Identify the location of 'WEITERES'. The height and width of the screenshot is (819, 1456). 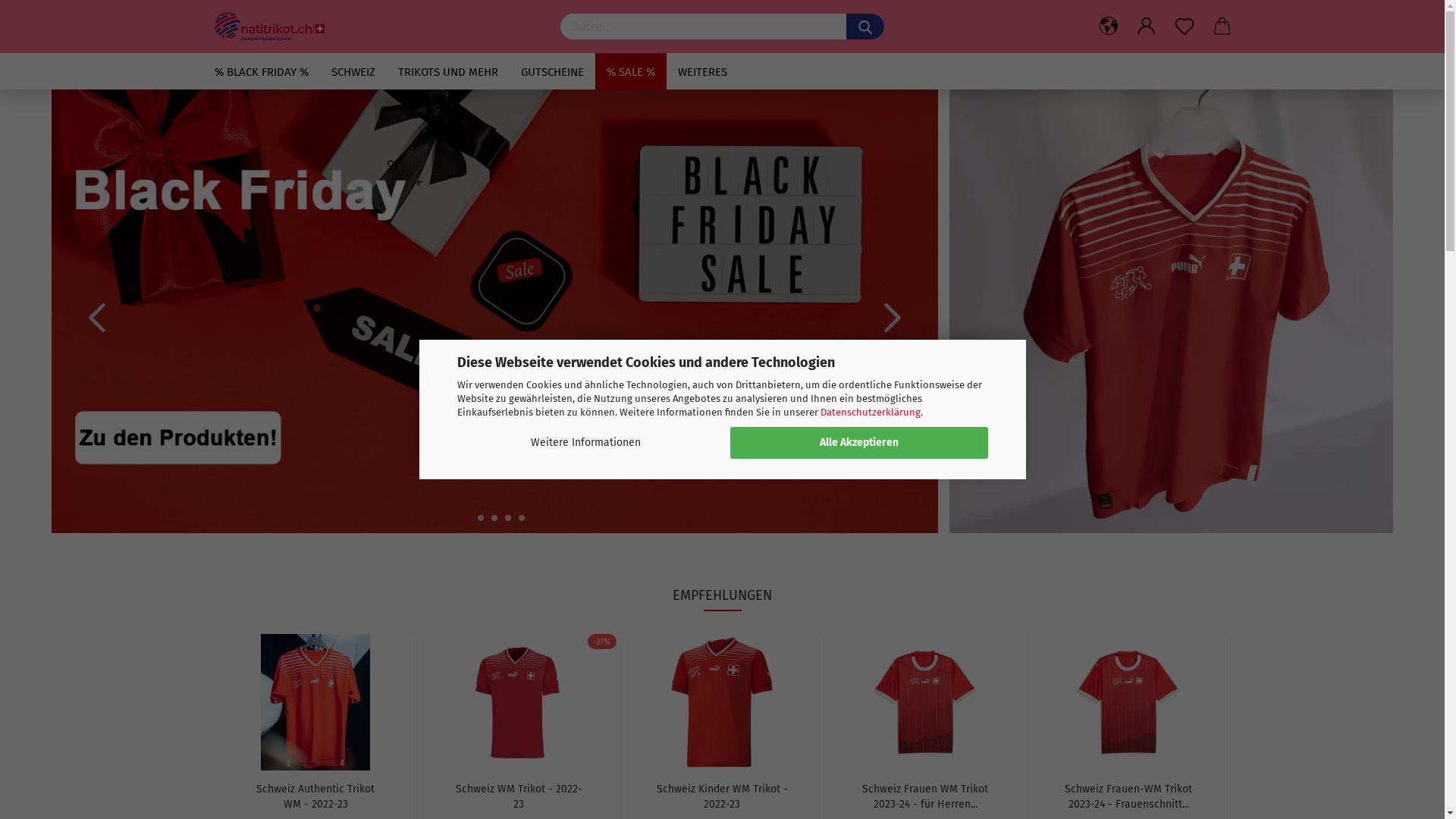
(701, 71).